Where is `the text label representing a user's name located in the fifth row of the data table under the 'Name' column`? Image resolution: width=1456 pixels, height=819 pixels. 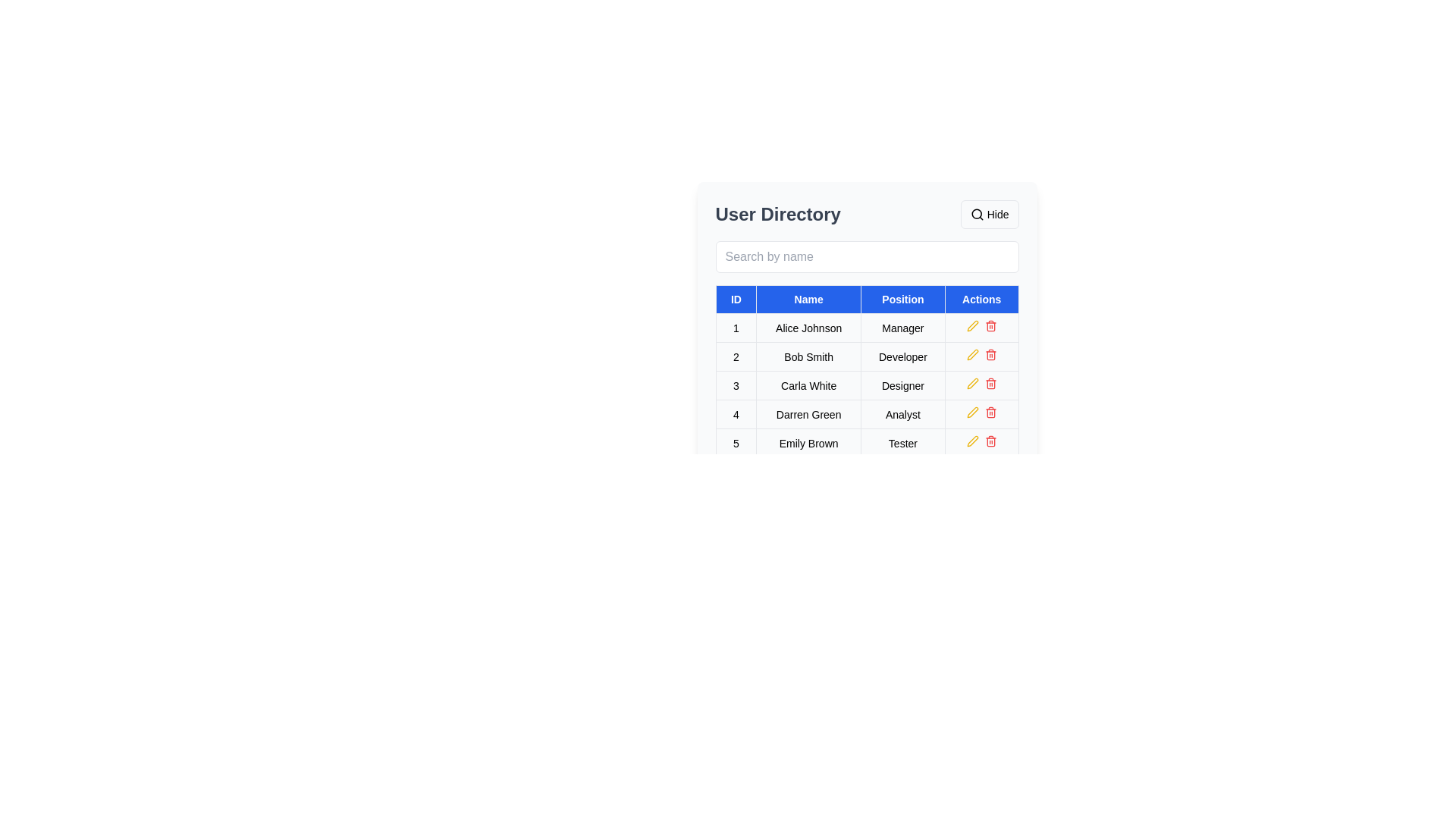
the text label representing a user's name located in the fifth row of the data table under the 'Name' column is located at coordinates (808, 443).